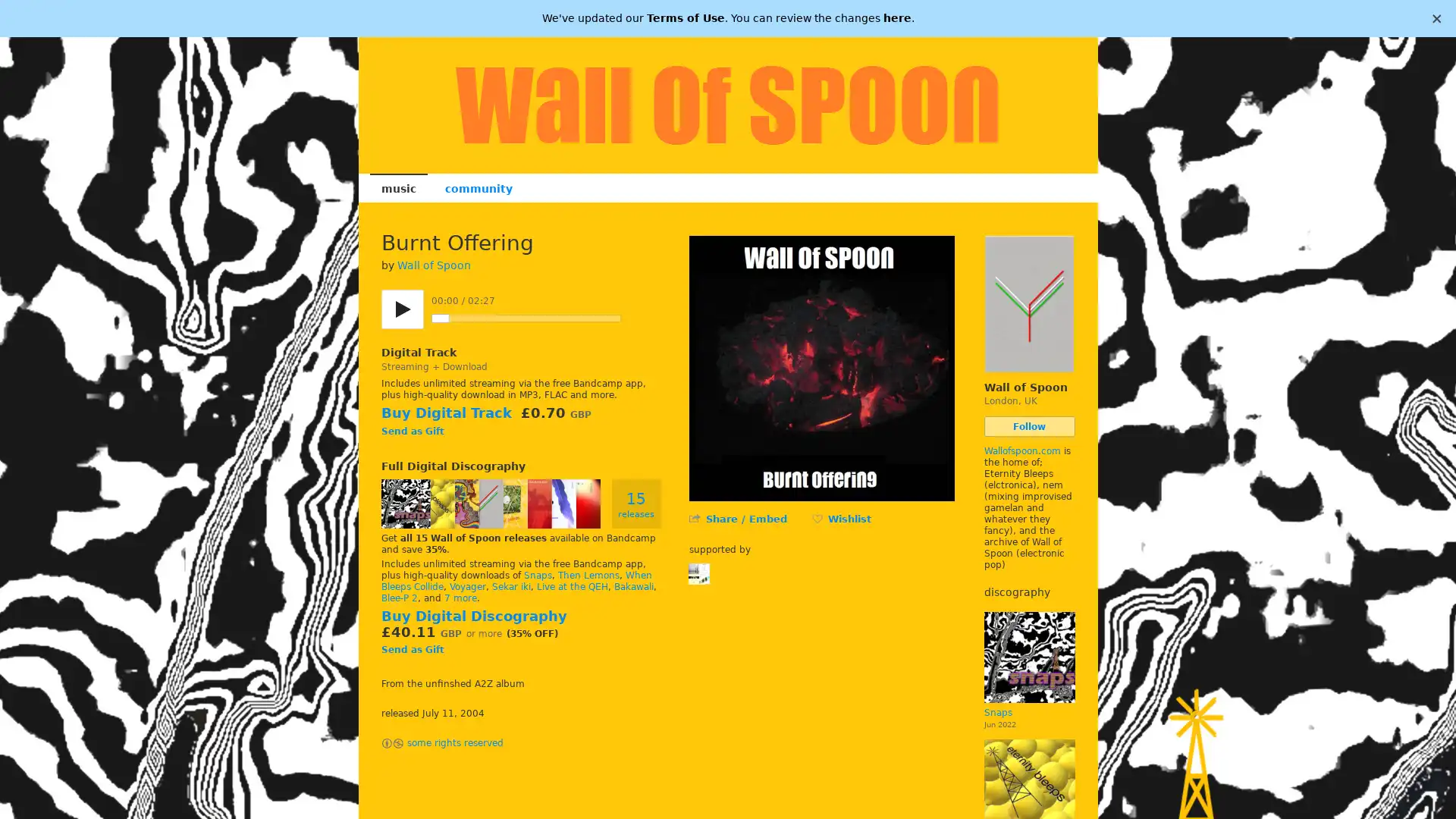 The width and height of the screenshot is (1456, 819). I want to click on Follow, so click(1029, 426).